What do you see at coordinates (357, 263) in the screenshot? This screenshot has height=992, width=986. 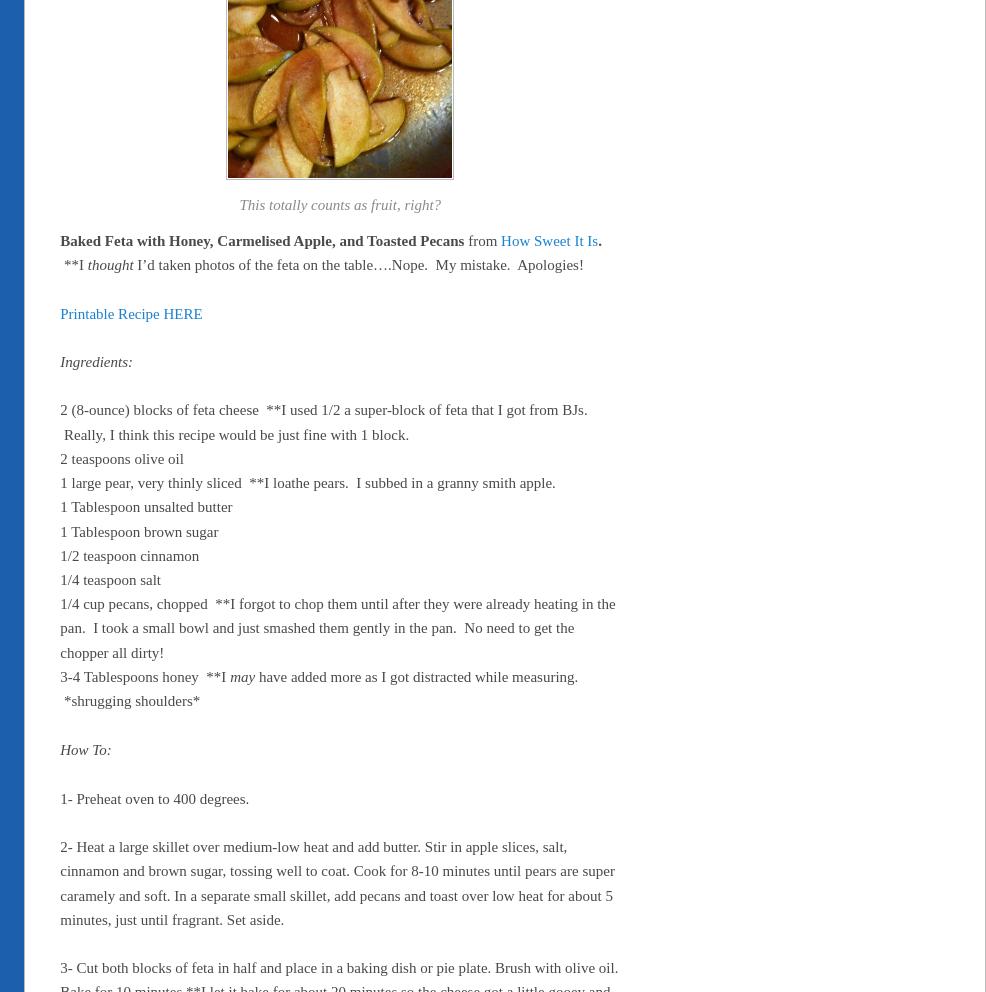 I see `'I’d taken photos of the feta on the table….Nope.  My mistake.  Apologies!'` at bounding box center [357, 263].